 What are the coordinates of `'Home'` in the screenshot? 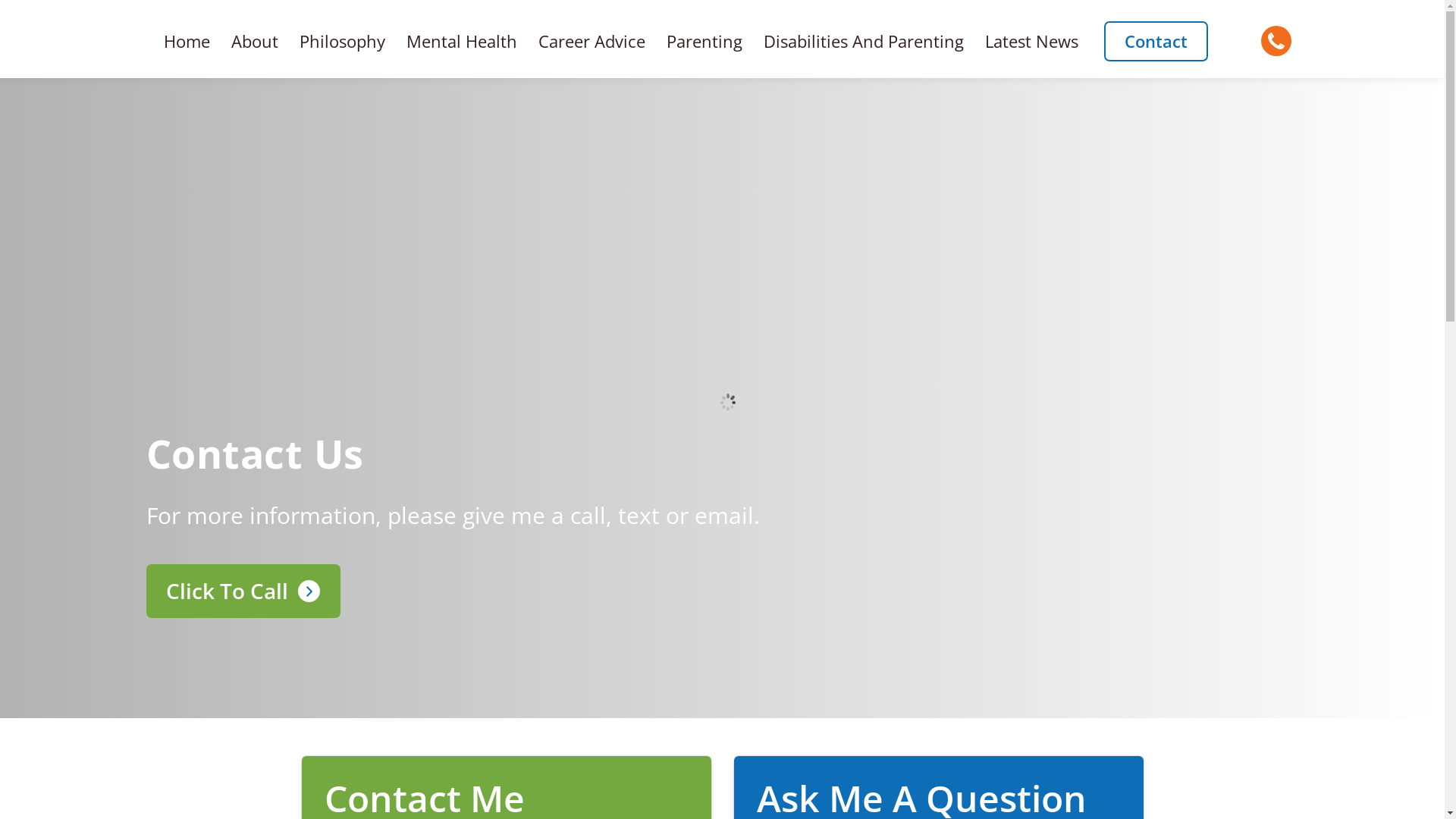 It's located at (186, 40).